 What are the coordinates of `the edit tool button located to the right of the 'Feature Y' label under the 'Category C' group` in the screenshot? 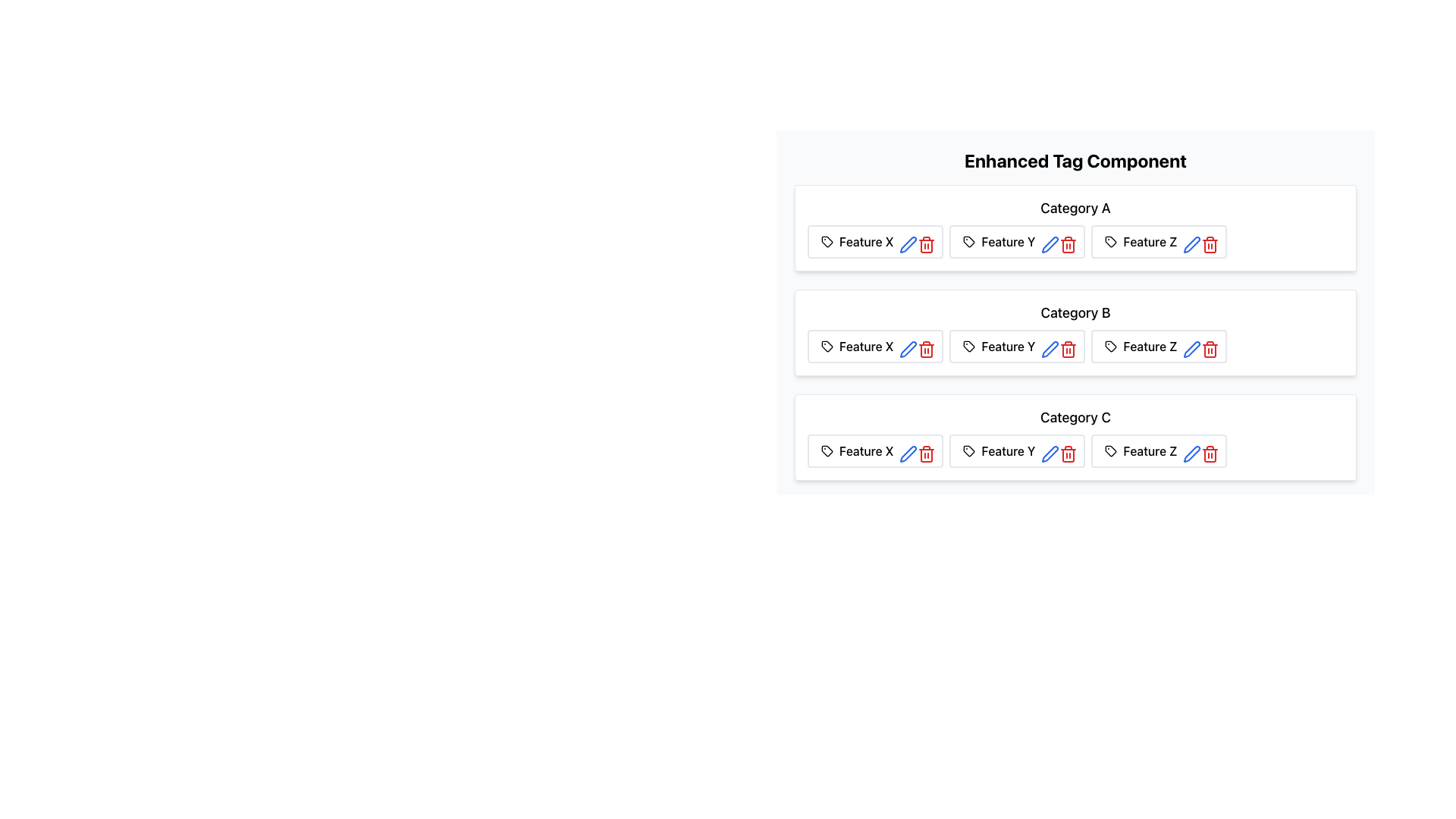 It's located at (1050, 453).